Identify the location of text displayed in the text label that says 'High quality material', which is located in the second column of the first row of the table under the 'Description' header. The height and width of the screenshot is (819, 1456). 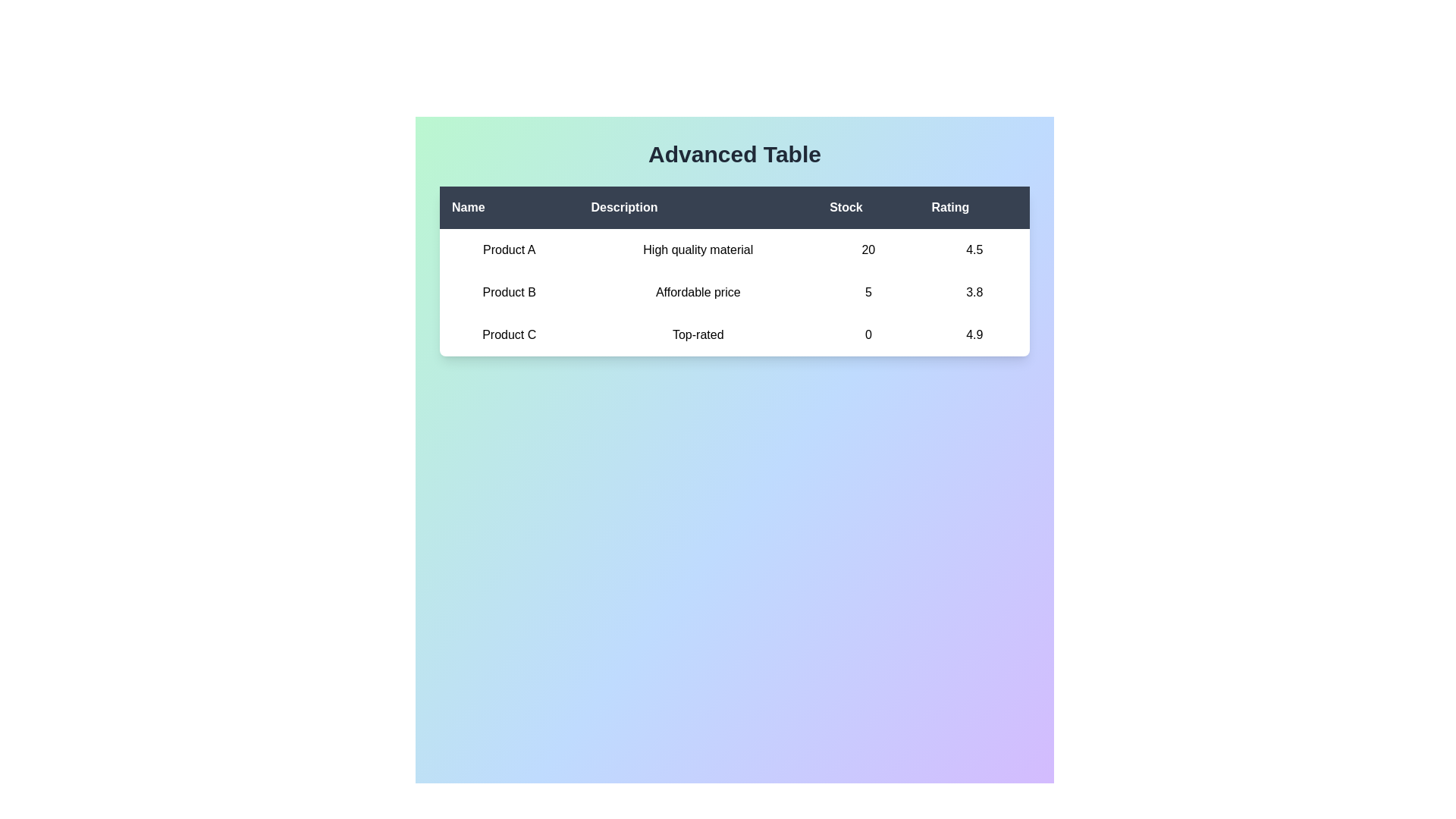
(697, 249).